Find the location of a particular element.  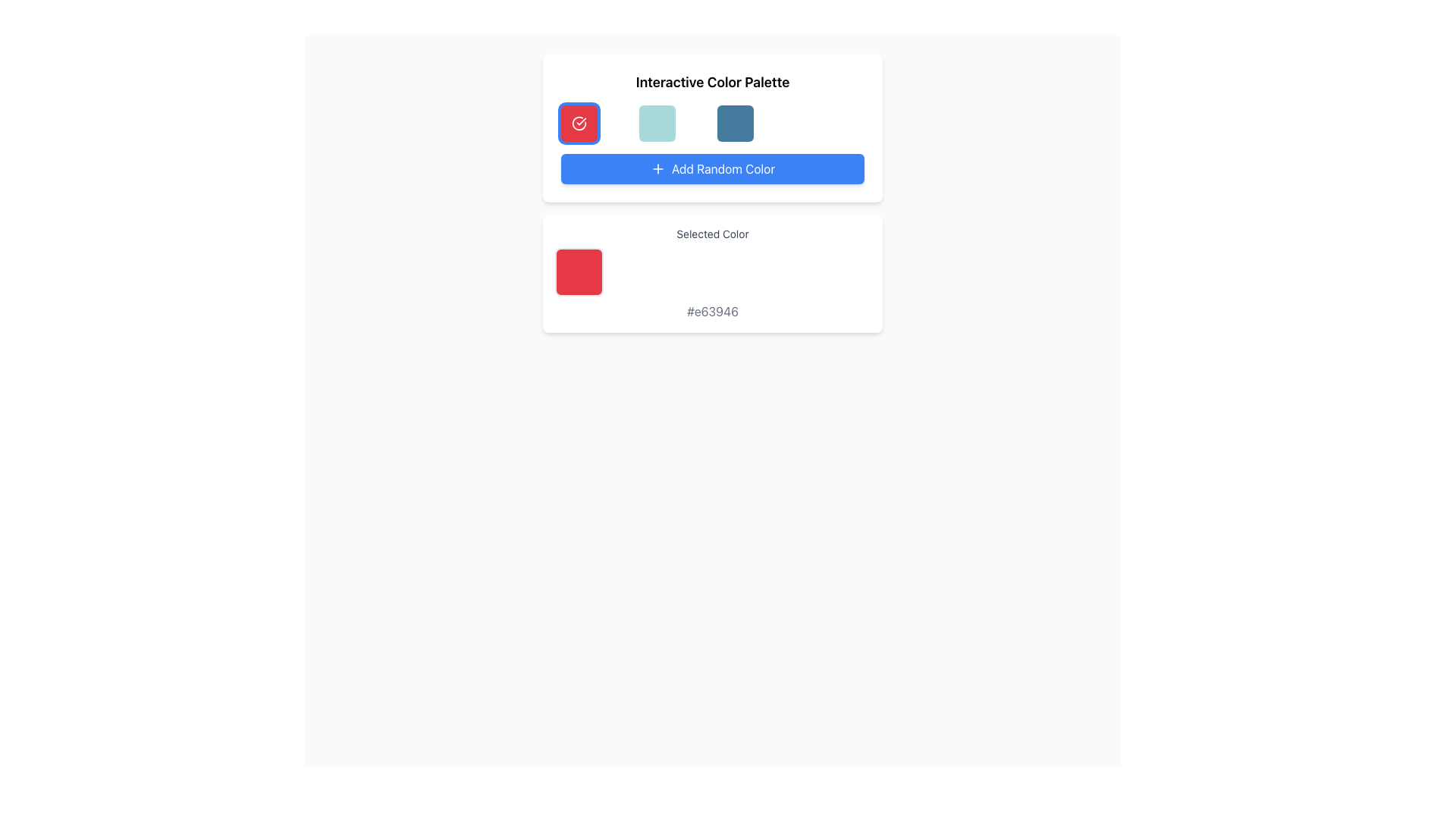

the decorative icon indicating selection or confirmation for the associated color, located within the red square button at the leftmost position of the 'Interactive Color Palette' section is located at coordinates (578, 122).